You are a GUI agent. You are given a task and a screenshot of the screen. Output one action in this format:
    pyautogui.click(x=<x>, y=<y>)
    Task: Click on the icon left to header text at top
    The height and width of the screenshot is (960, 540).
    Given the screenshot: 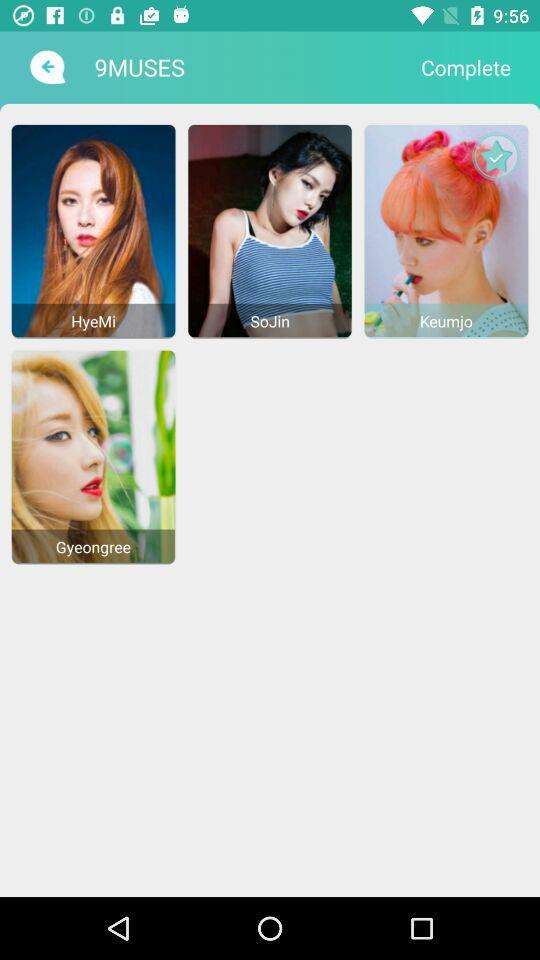 What is the action you would take?
    pyautogui.click(x=46, y=67)
    